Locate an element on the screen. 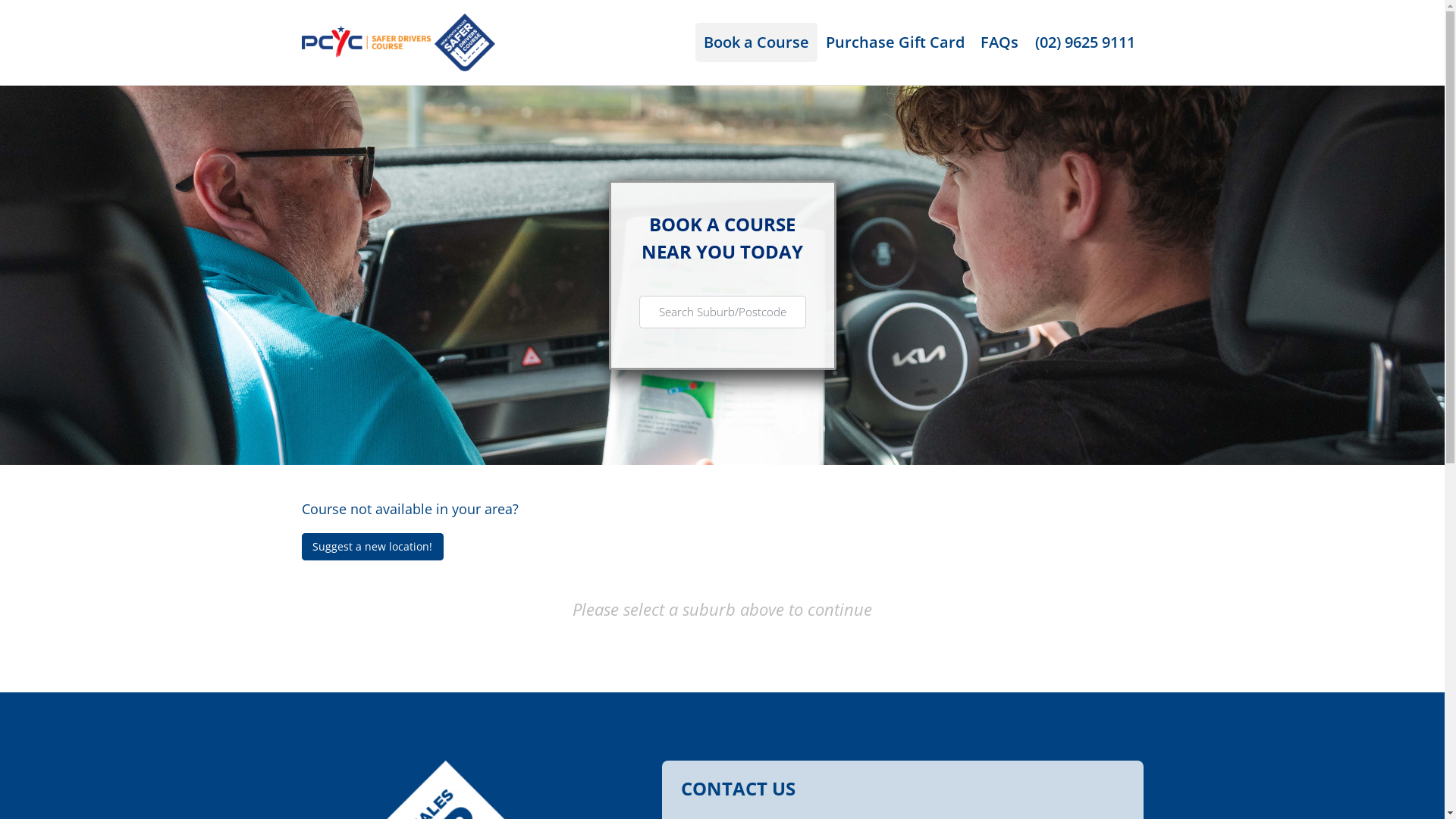 The image size is (1456, 819). 'FAQs' is located at coordinates (999, 42).